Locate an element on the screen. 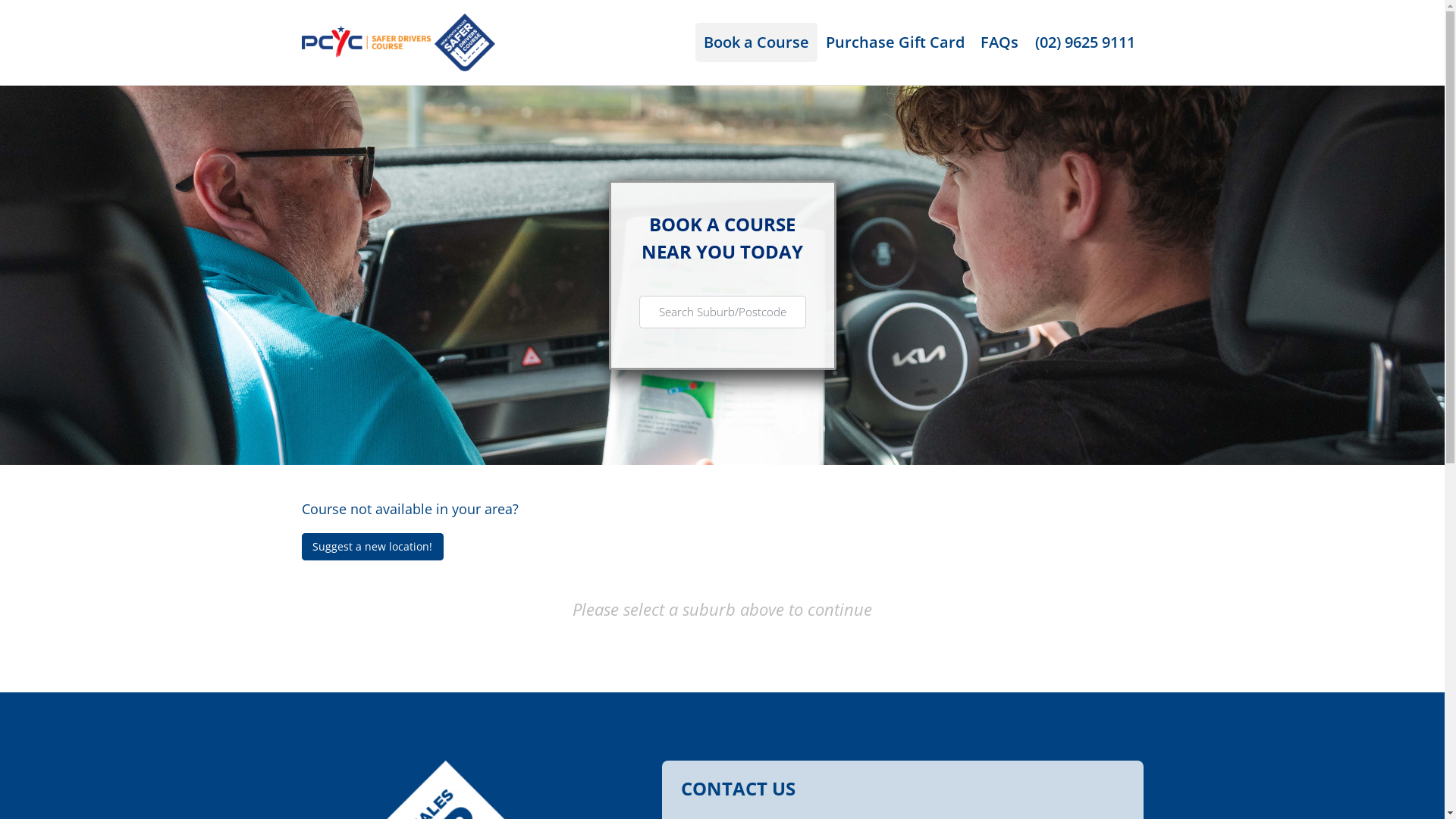 The image size is (1456, 819). 'FAQs' is located at coordinates (999, 42).